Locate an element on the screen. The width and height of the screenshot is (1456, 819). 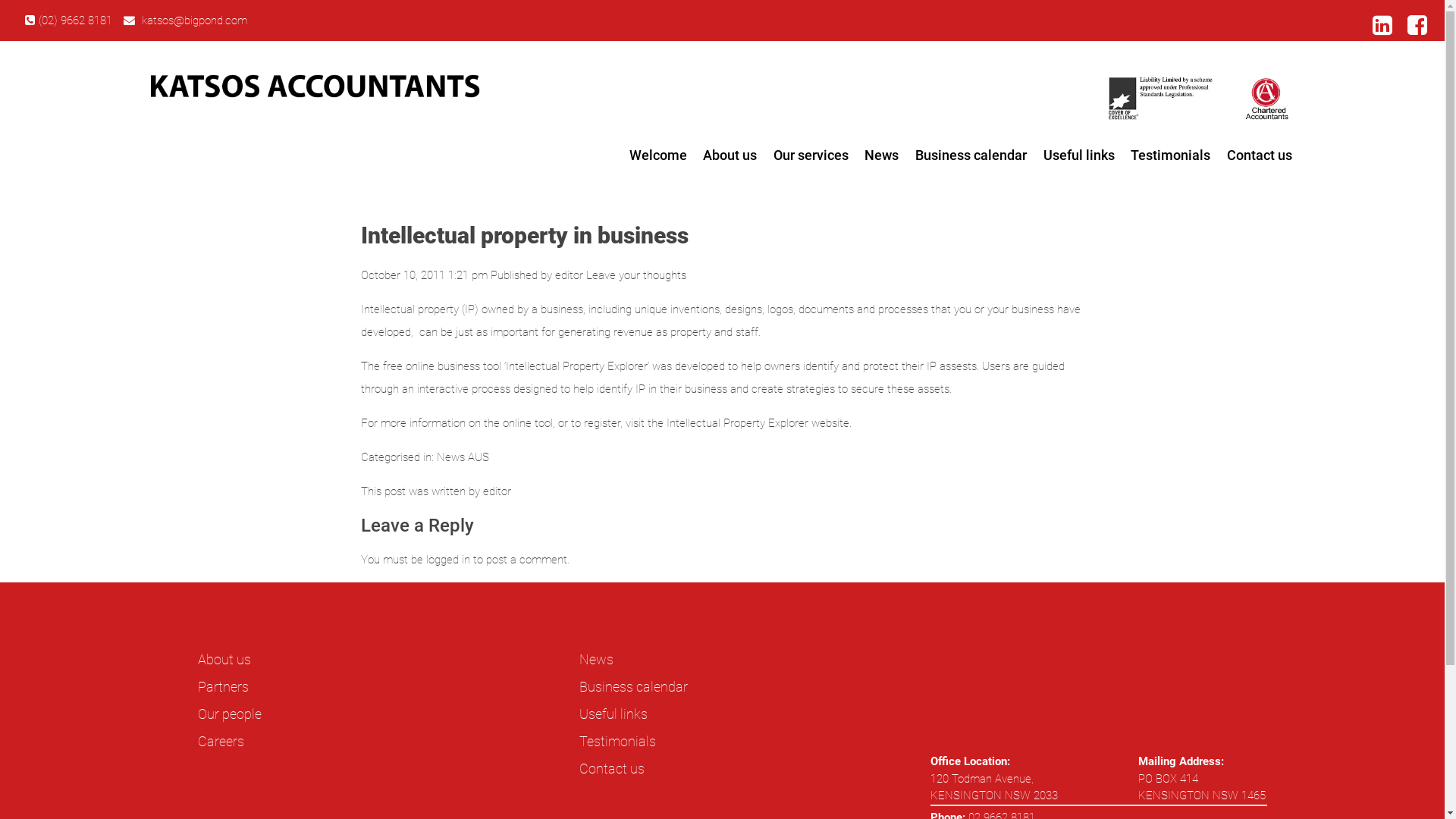
'About us' is located at coordinates (730, 155).